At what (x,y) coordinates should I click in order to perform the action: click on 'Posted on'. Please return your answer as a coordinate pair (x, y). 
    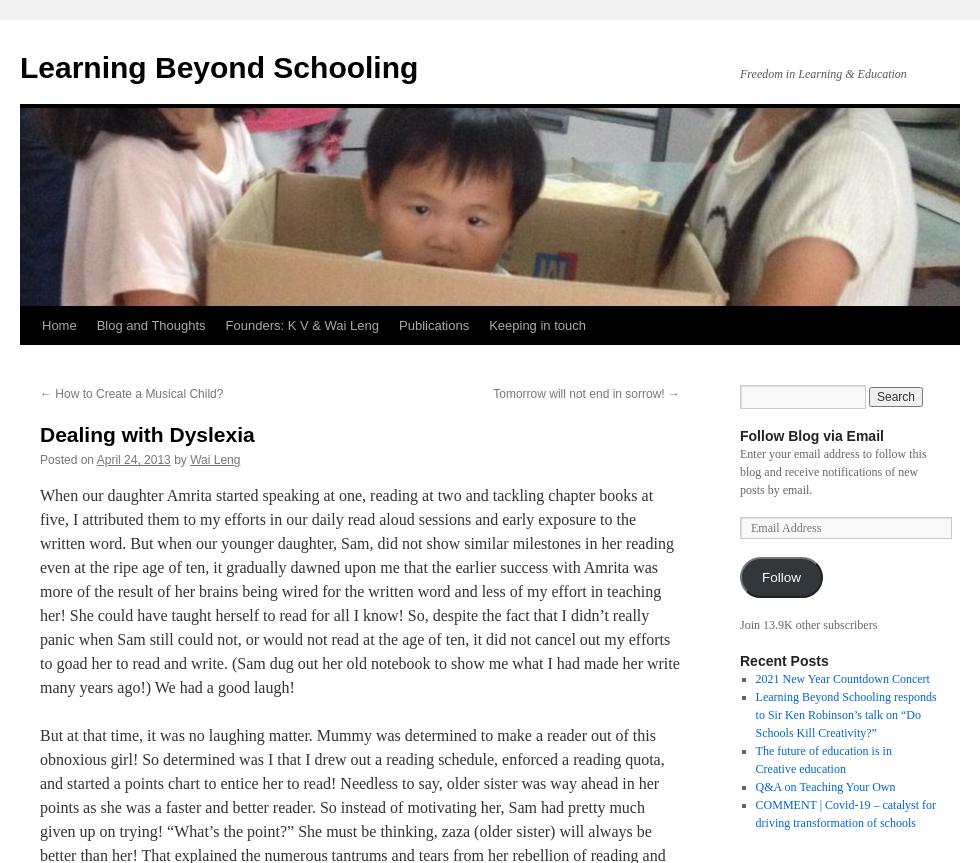
    Looking at the image, I should click on (67, 458).